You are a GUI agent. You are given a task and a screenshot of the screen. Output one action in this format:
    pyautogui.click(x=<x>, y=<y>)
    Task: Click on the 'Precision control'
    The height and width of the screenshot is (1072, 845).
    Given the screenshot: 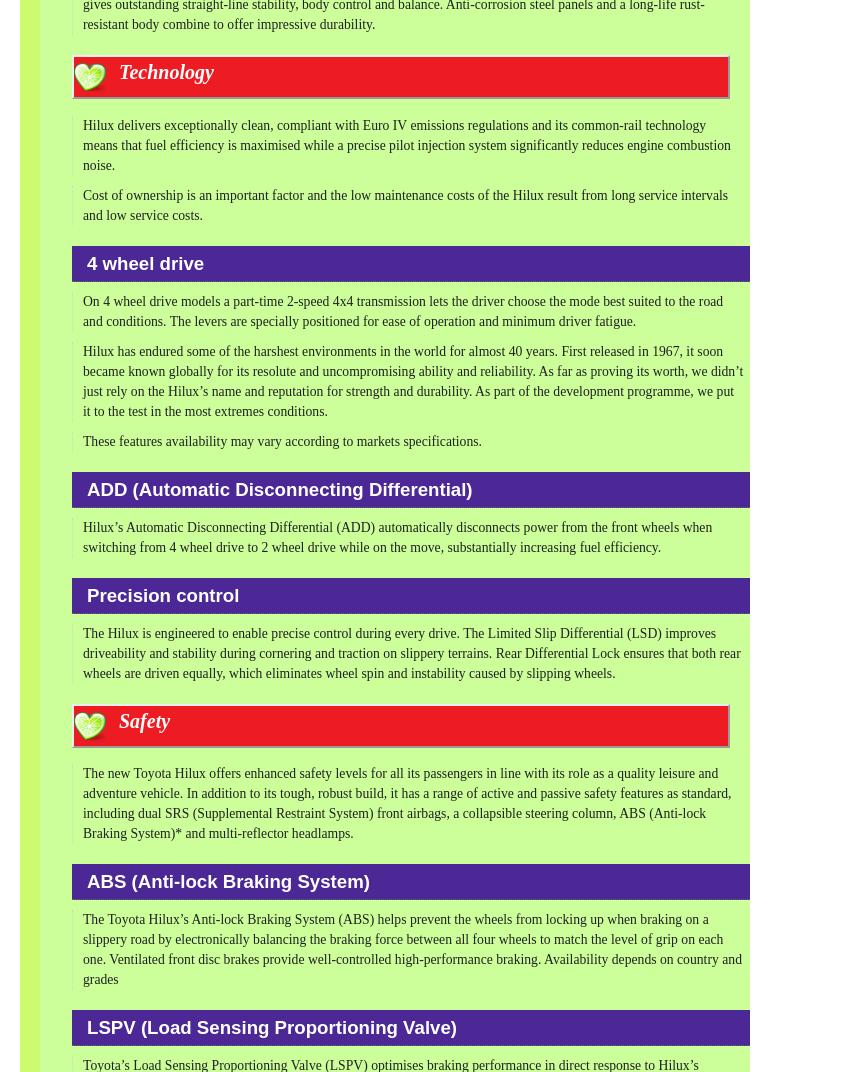 What is the action you would take?
    pyautogui.click(x=163, y=593)
    